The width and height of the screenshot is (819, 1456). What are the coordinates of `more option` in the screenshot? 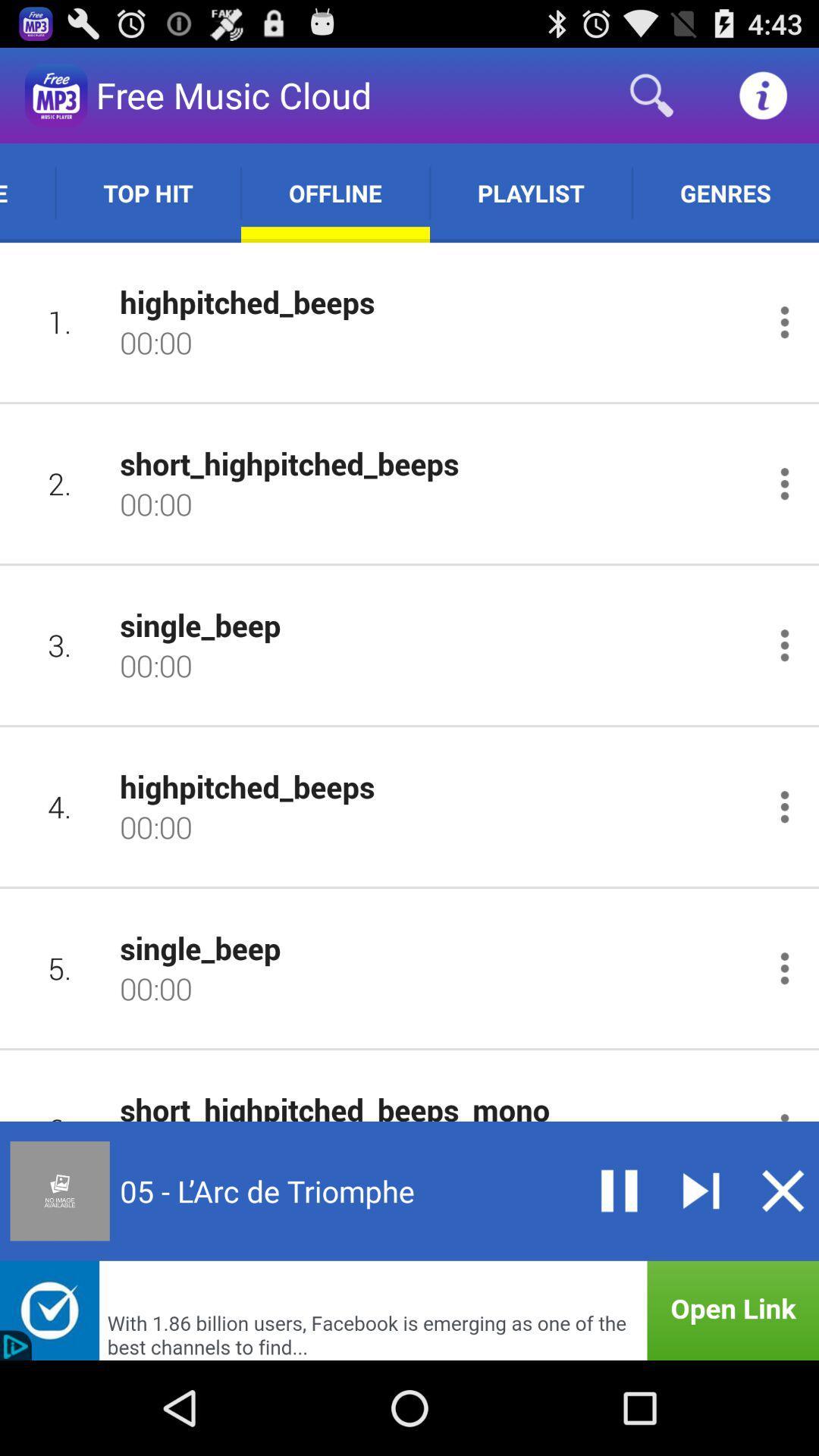 It's located at (784, 968).